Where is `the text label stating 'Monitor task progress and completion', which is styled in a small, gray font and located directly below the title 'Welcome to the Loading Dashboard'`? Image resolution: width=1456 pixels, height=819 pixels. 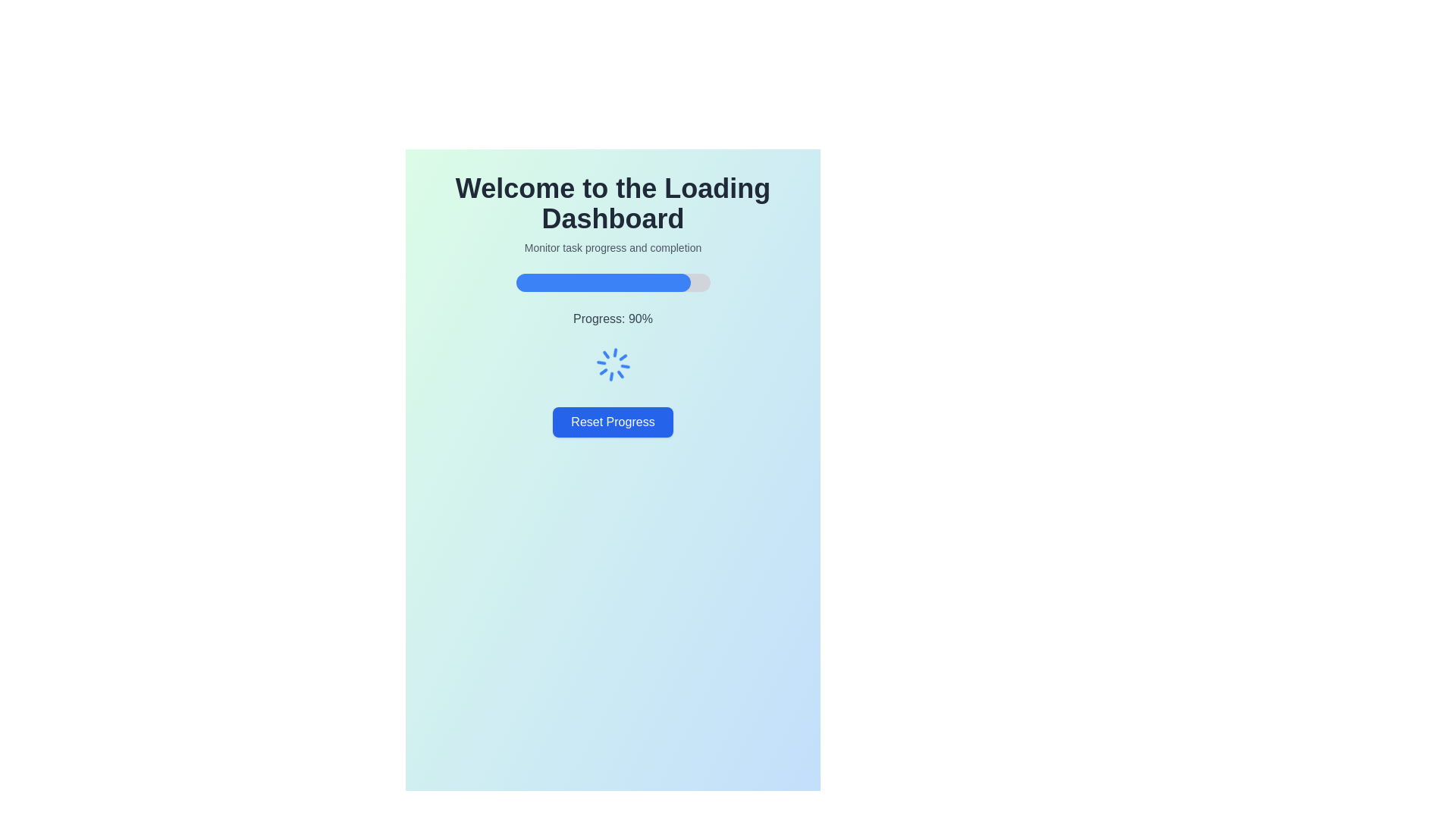
the text label stating 'Monitor task progress and completion', which is styled in a small, gray font and located directly below the title 'Welcome to the Loading Dashboard' is located at coordinates (613, 247).